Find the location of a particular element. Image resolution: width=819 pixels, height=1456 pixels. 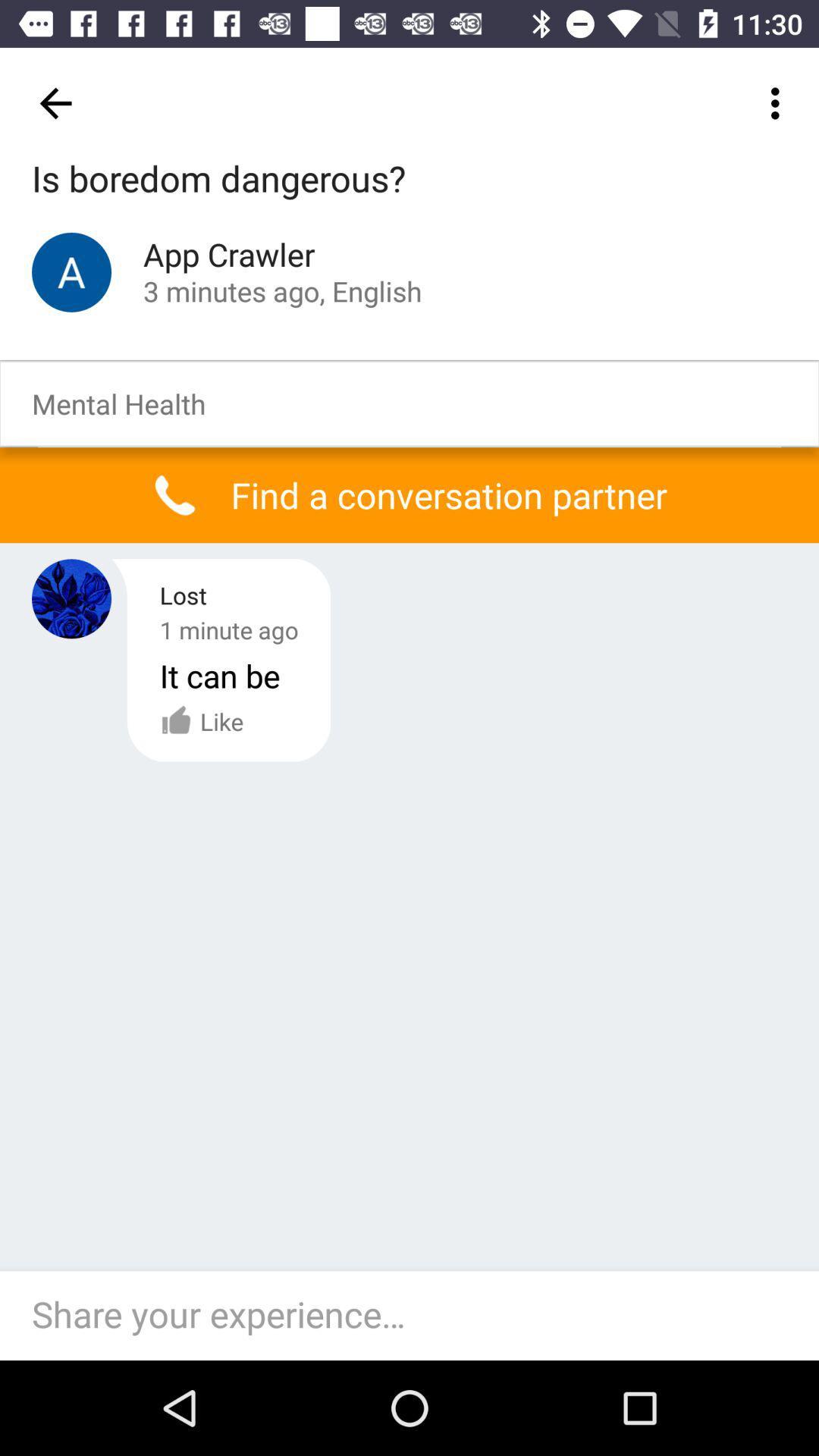

profile picture is located at coordinates (71, 598).